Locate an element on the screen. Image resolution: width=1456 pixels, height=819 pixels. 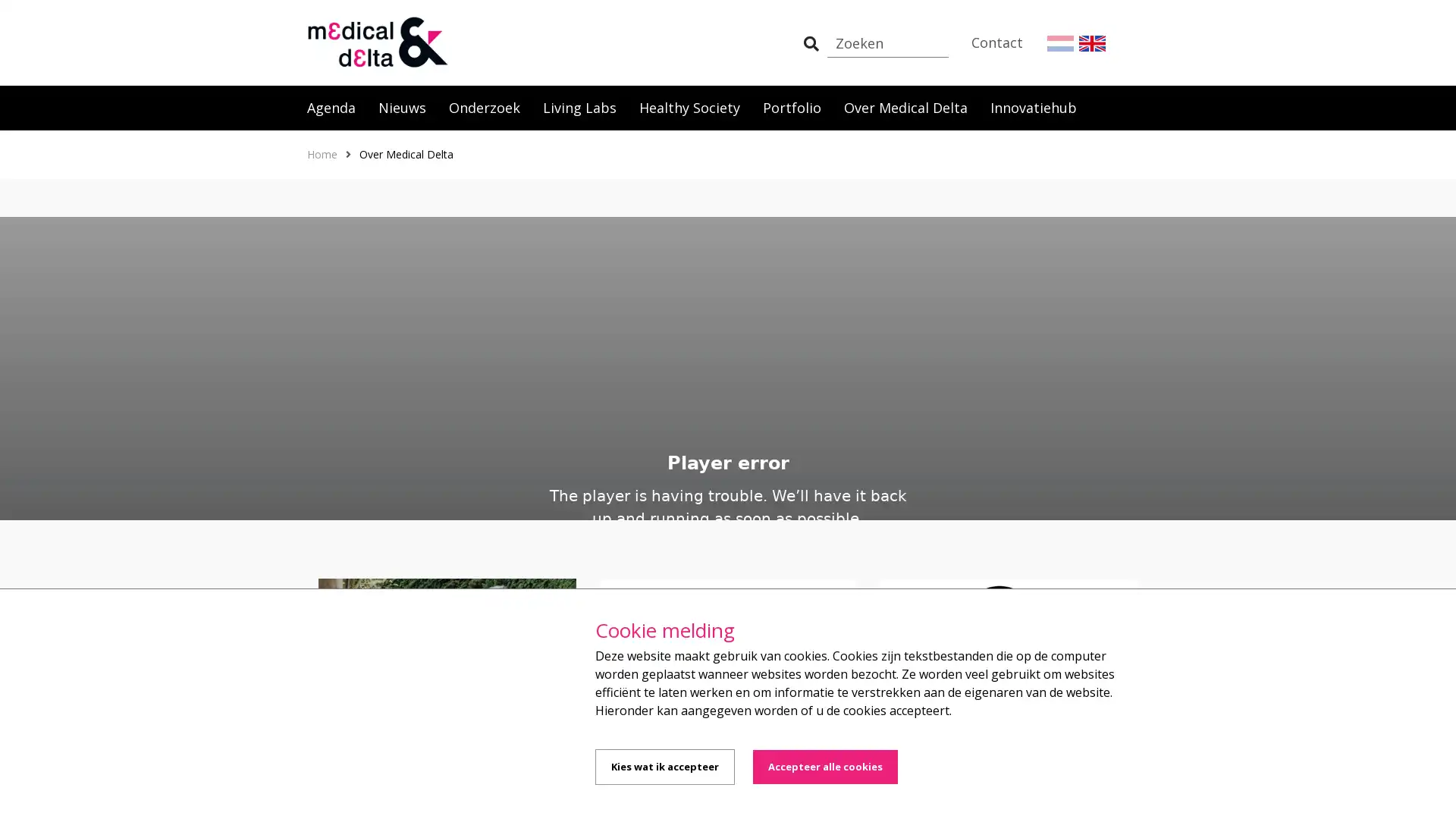
Accepteer alle cookies is located at coordinates (824, 767).